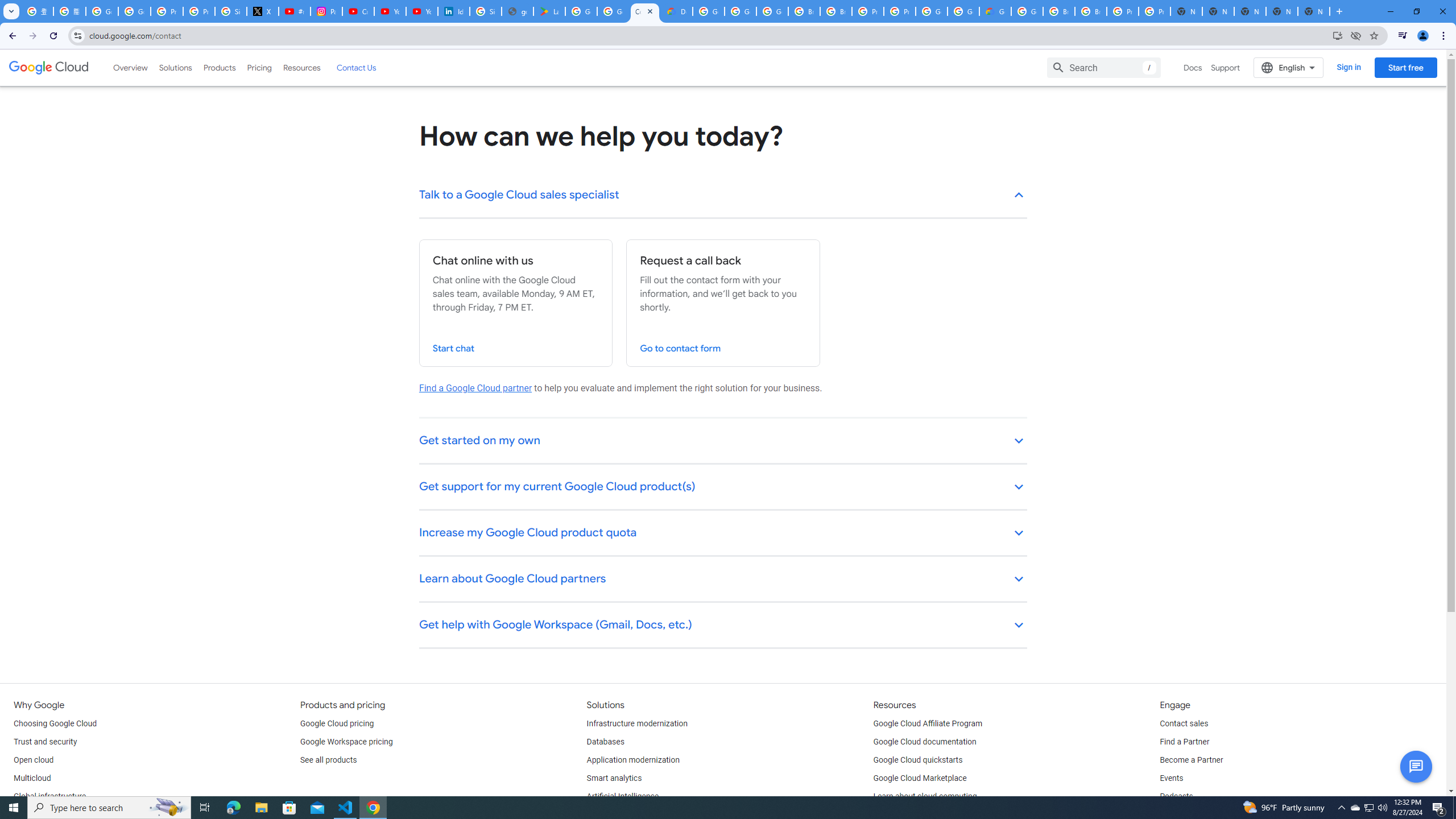 This screenshot has width=1456, height=819. I want to click on 'English', so click(1288, 67).